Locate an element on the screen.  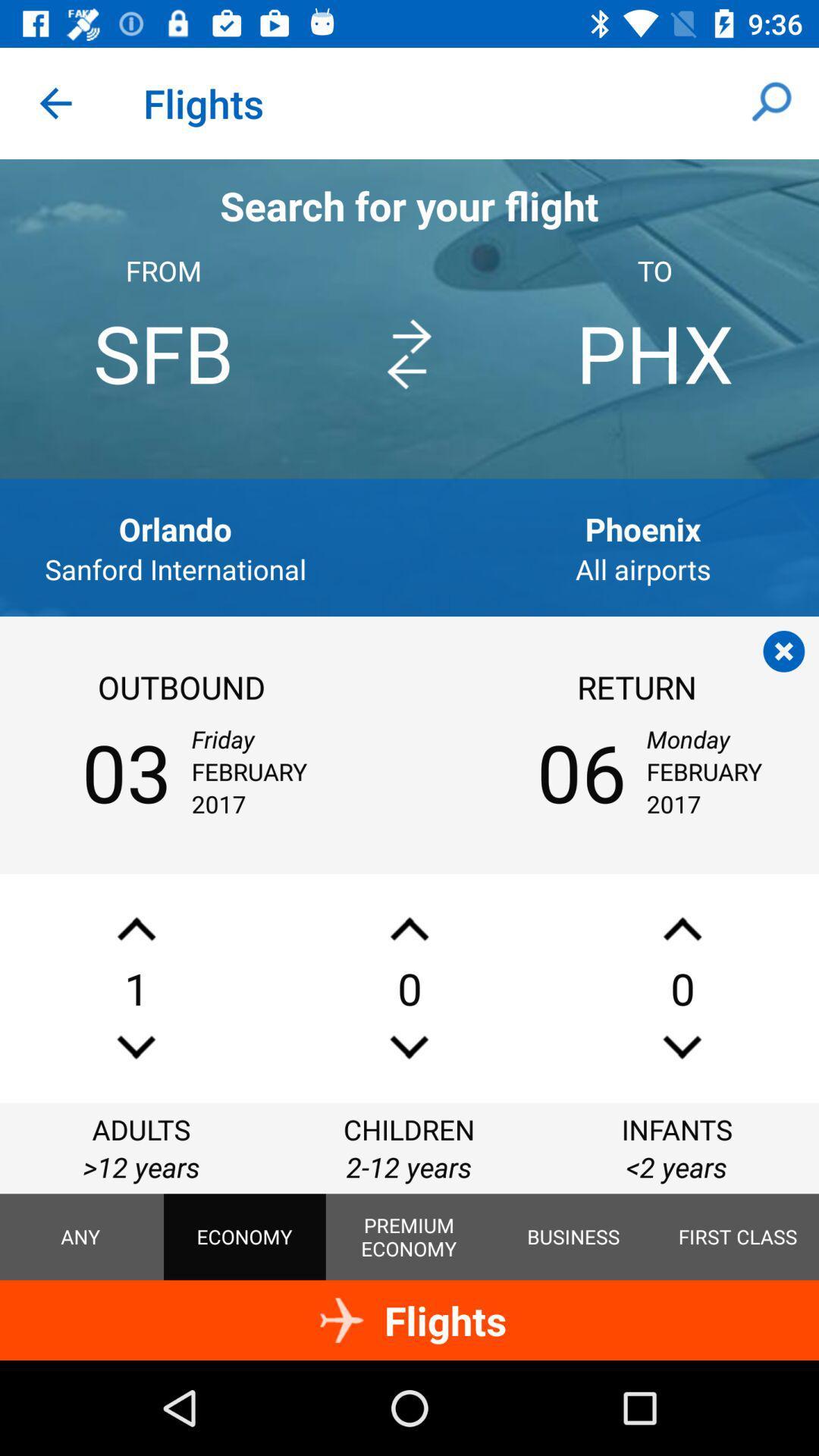
an adult is located at coordinates (136, 928).